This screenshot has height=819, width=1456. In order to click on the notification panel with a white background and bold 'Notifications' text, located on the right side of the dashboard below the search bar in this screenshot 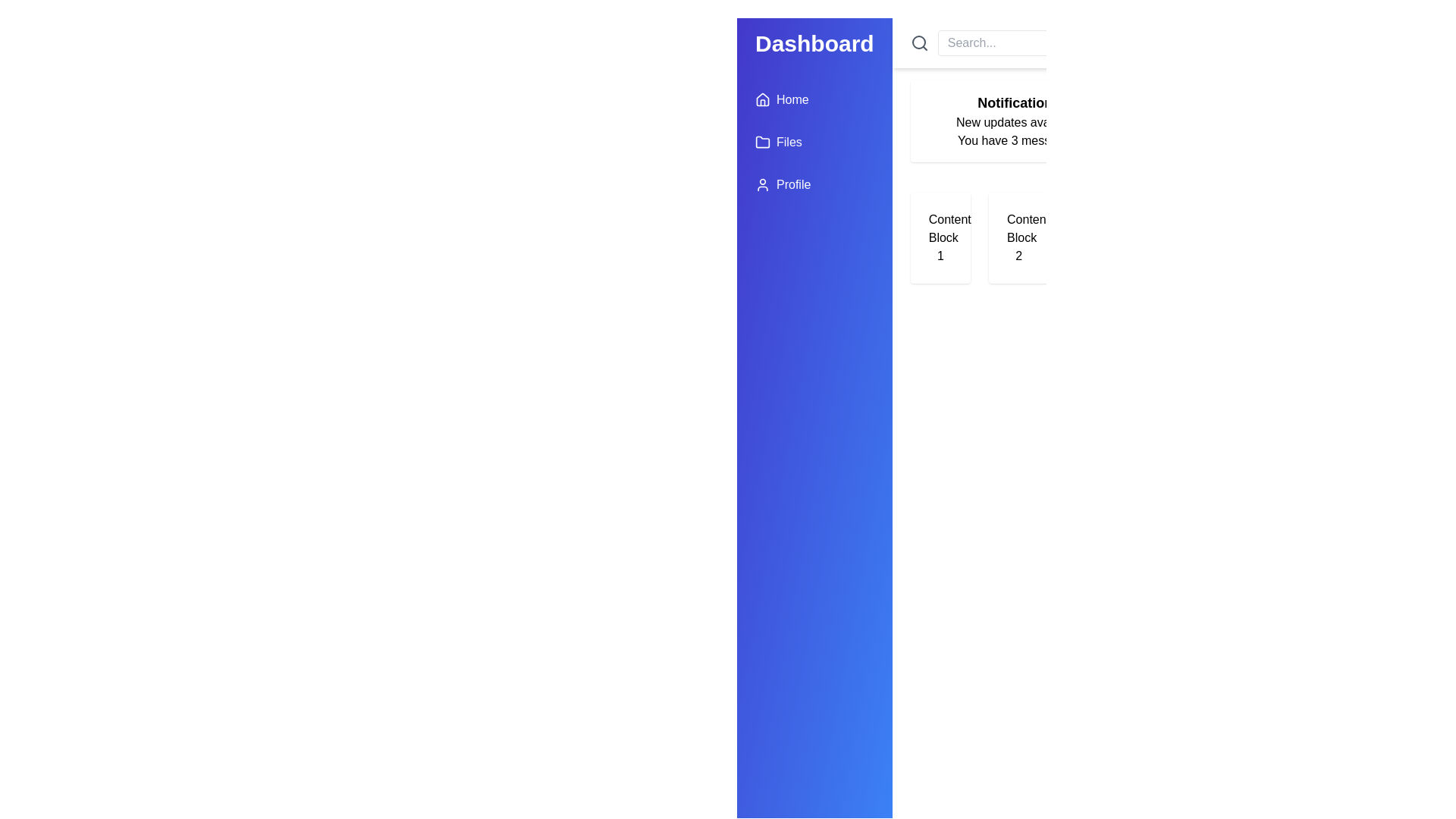, I will do `click(1018, 120)`.